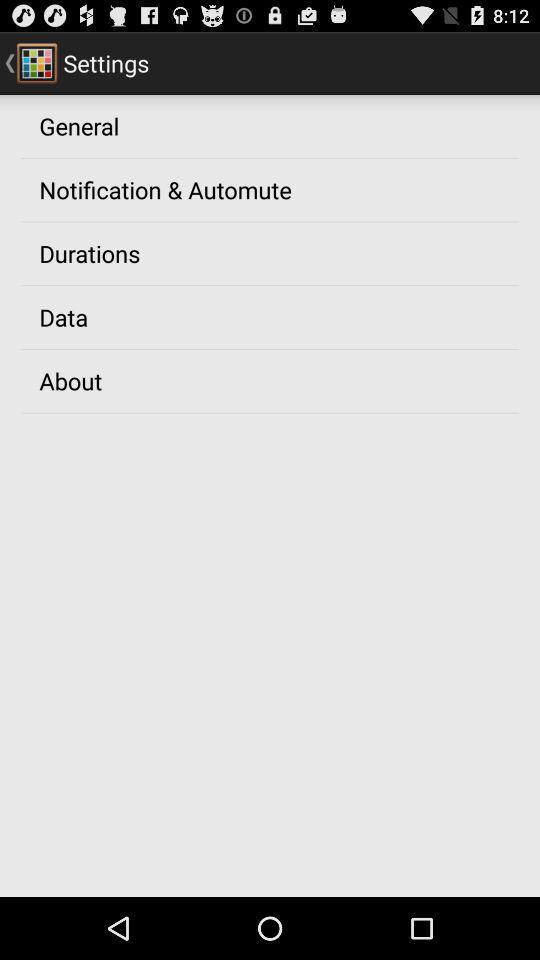 This screenshot has height=960, width=540. What do you see at coordinates (69, 379) in the screenshot?
I see `the app below data` at bounding box center [69, 379].